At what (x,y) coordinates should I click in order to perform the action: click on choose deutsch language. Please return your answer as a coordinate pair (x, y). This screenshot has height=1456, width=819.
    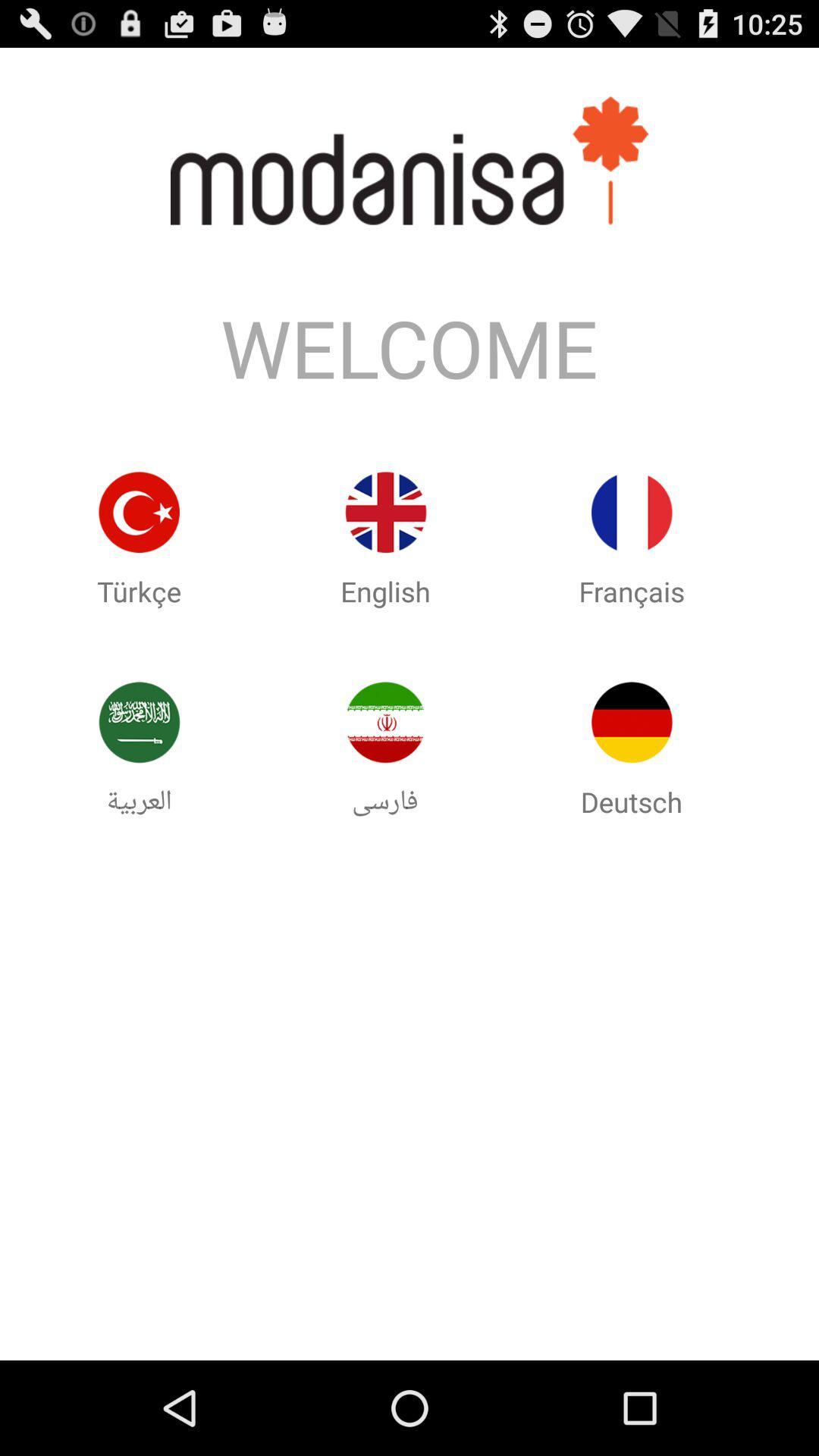
    Looking at the image, I should click on (632, 721).